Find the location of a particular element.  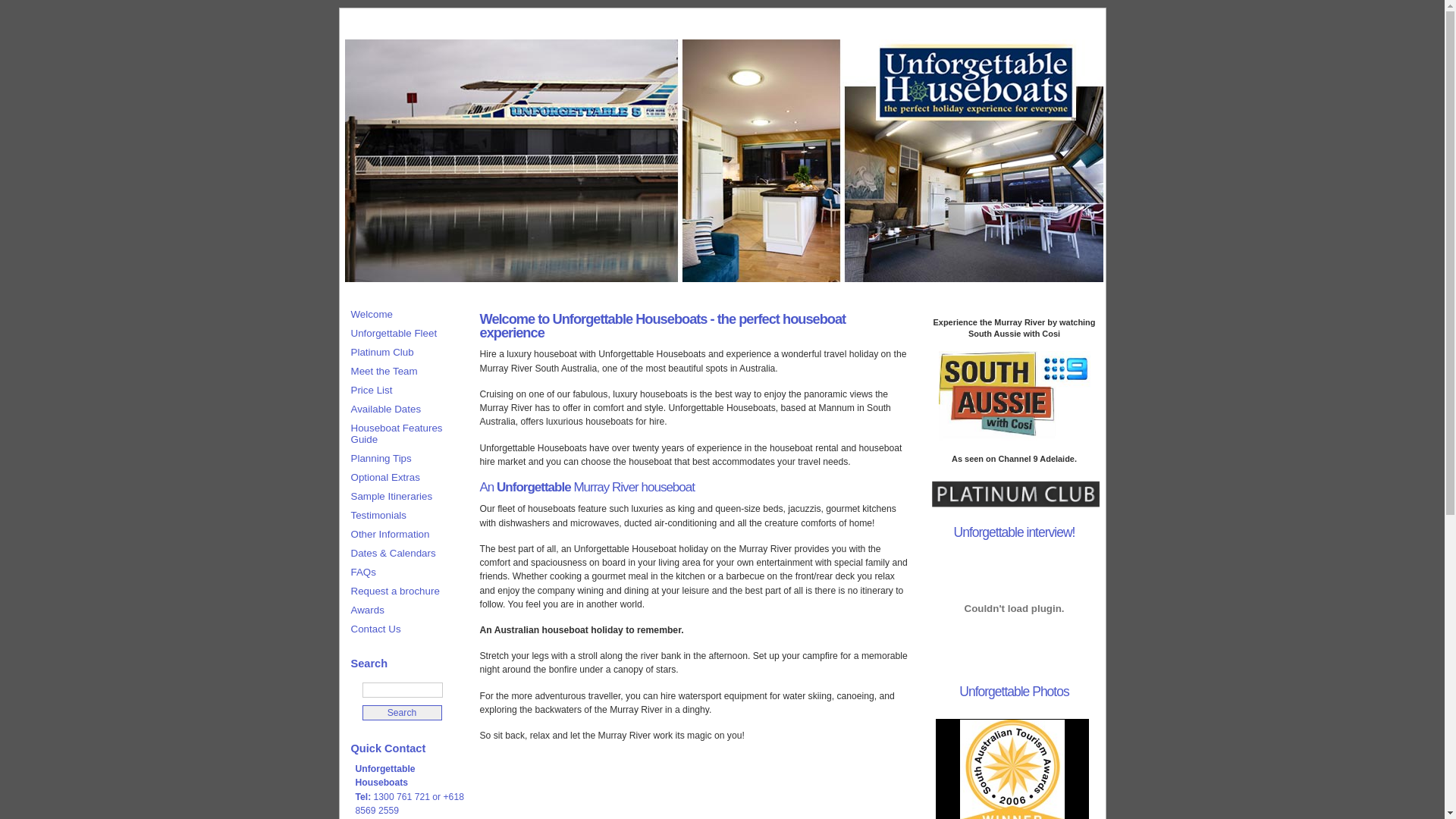

'South Aussie with Cosi' is located at coordinates (1015, 394).